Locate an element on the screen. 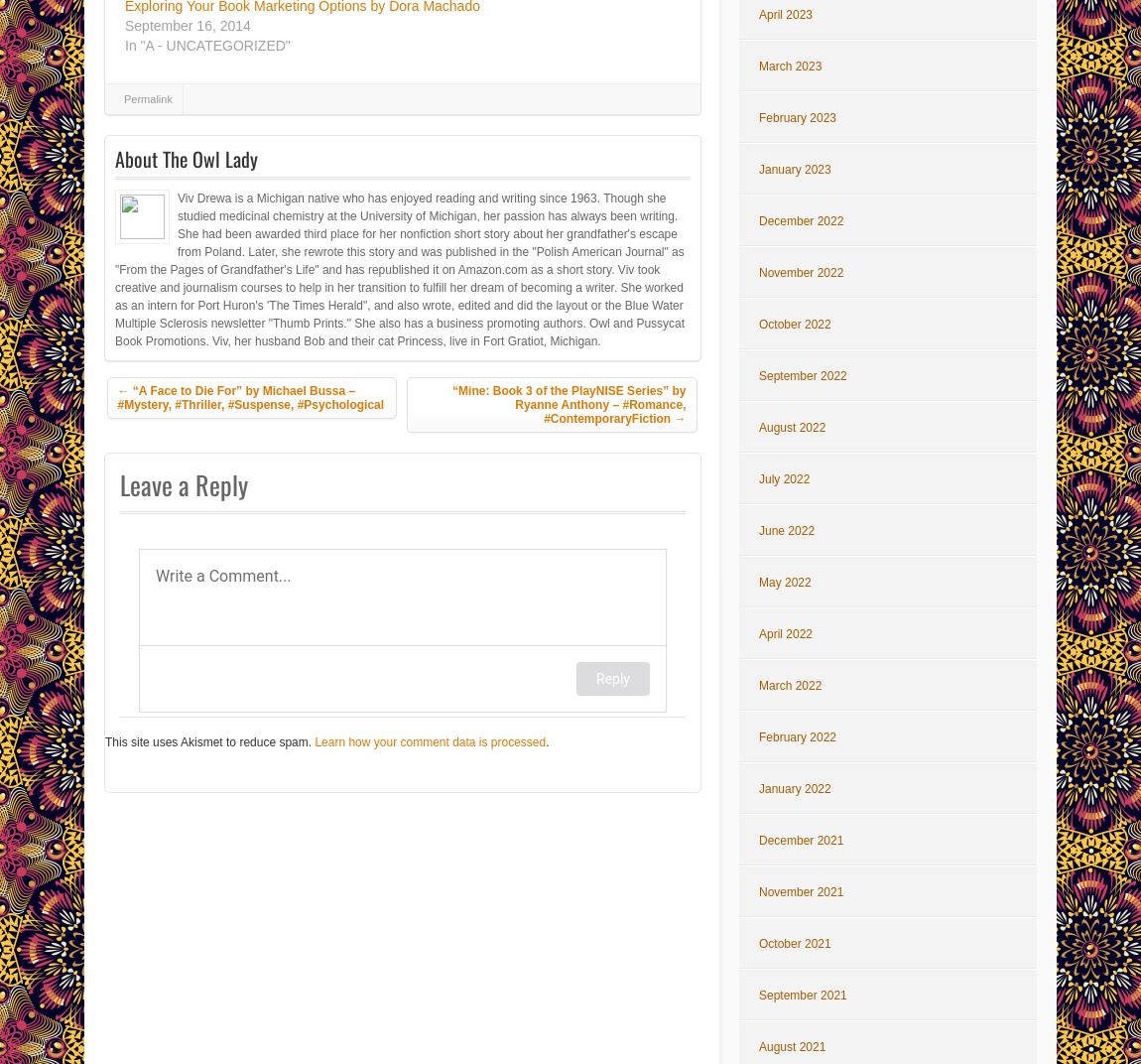  'Permalink' is located at coordinates (123, 98).